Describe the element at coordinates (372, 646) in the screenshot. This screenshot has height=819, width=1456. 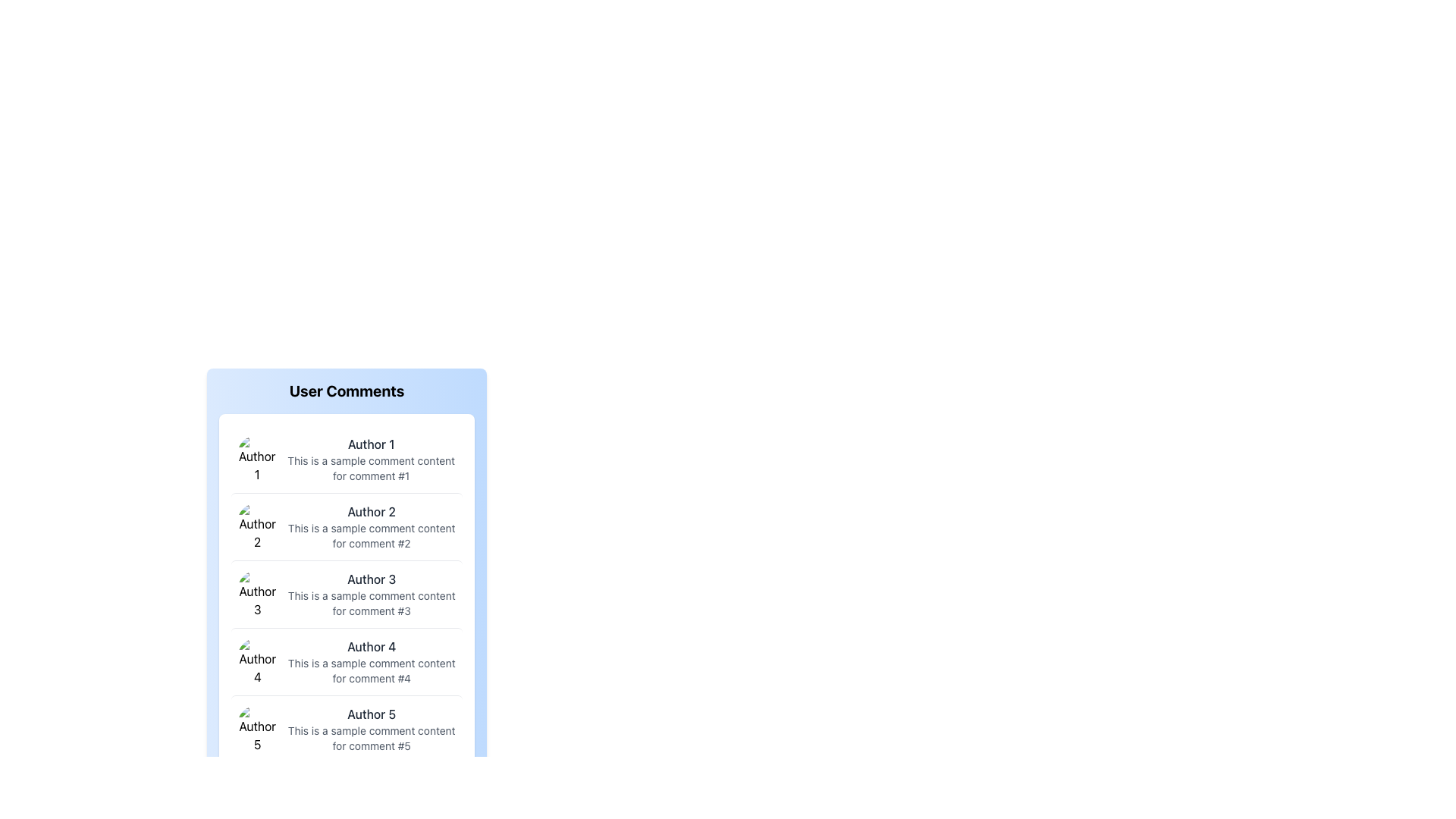
I see `the text label 'Author 4' which is styled with a medium-weight font in dark gray, positioned at the top of a comment section for comment #4` at that location.